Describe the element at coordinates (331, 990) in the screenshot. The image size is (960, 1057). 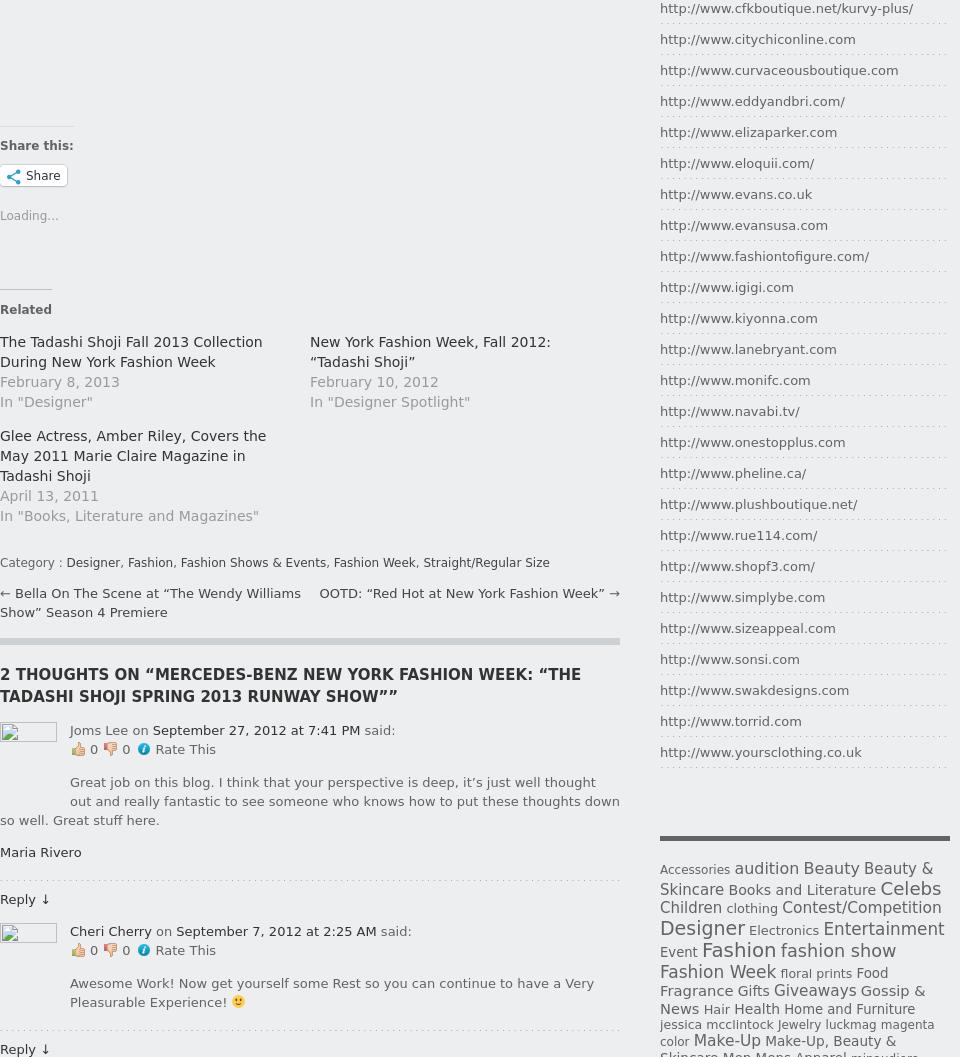
I see `'Awesome Work! Now get yourself some Rest so you can continue to have a Very Pleasurable Experience!'` at that location.